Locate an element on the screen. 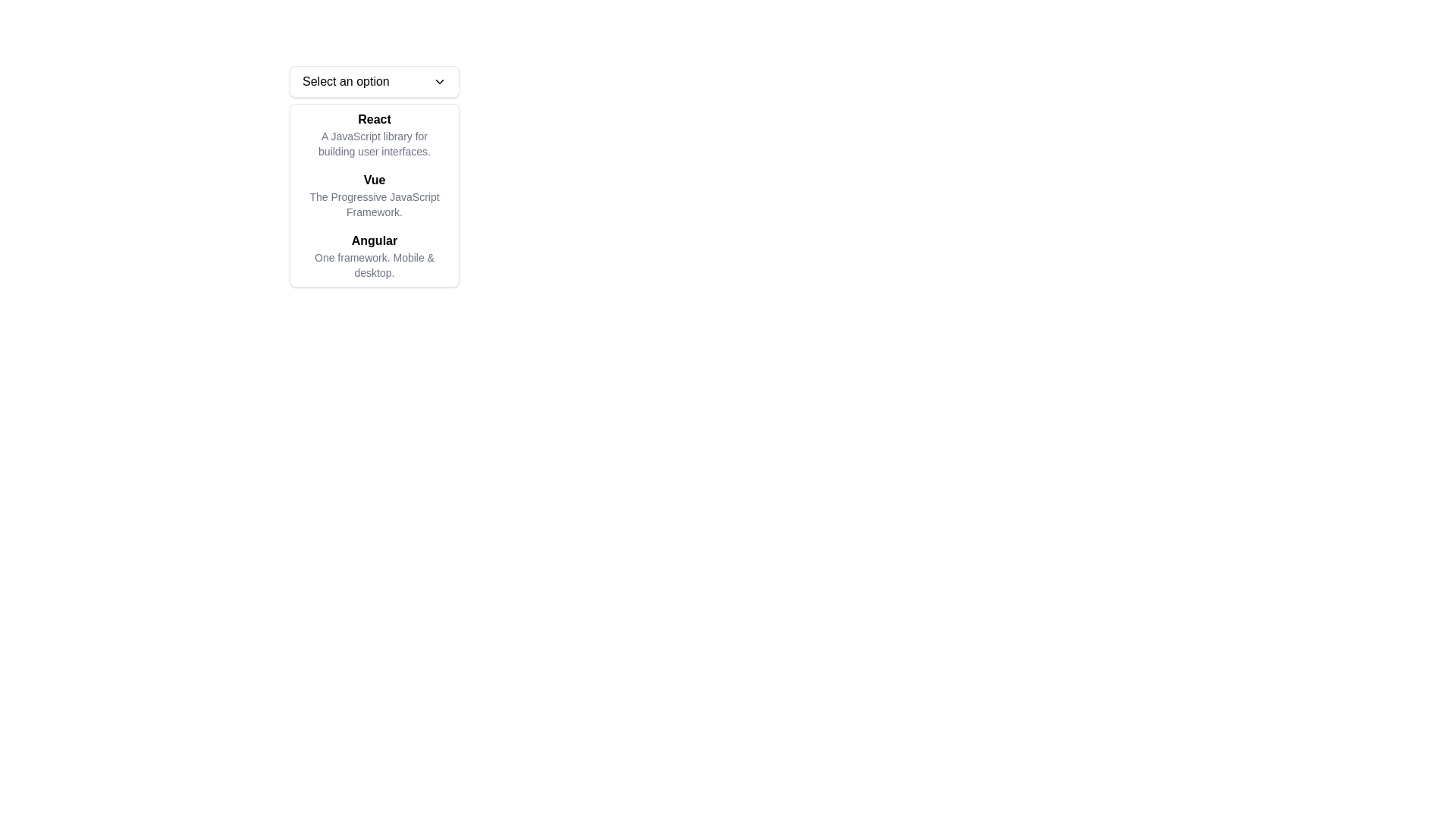  the static text that reads 'A JavaScript library for building user interfaces.' located beneath the 'React' label in the dropdown menu is located at coordinates (375, 143).